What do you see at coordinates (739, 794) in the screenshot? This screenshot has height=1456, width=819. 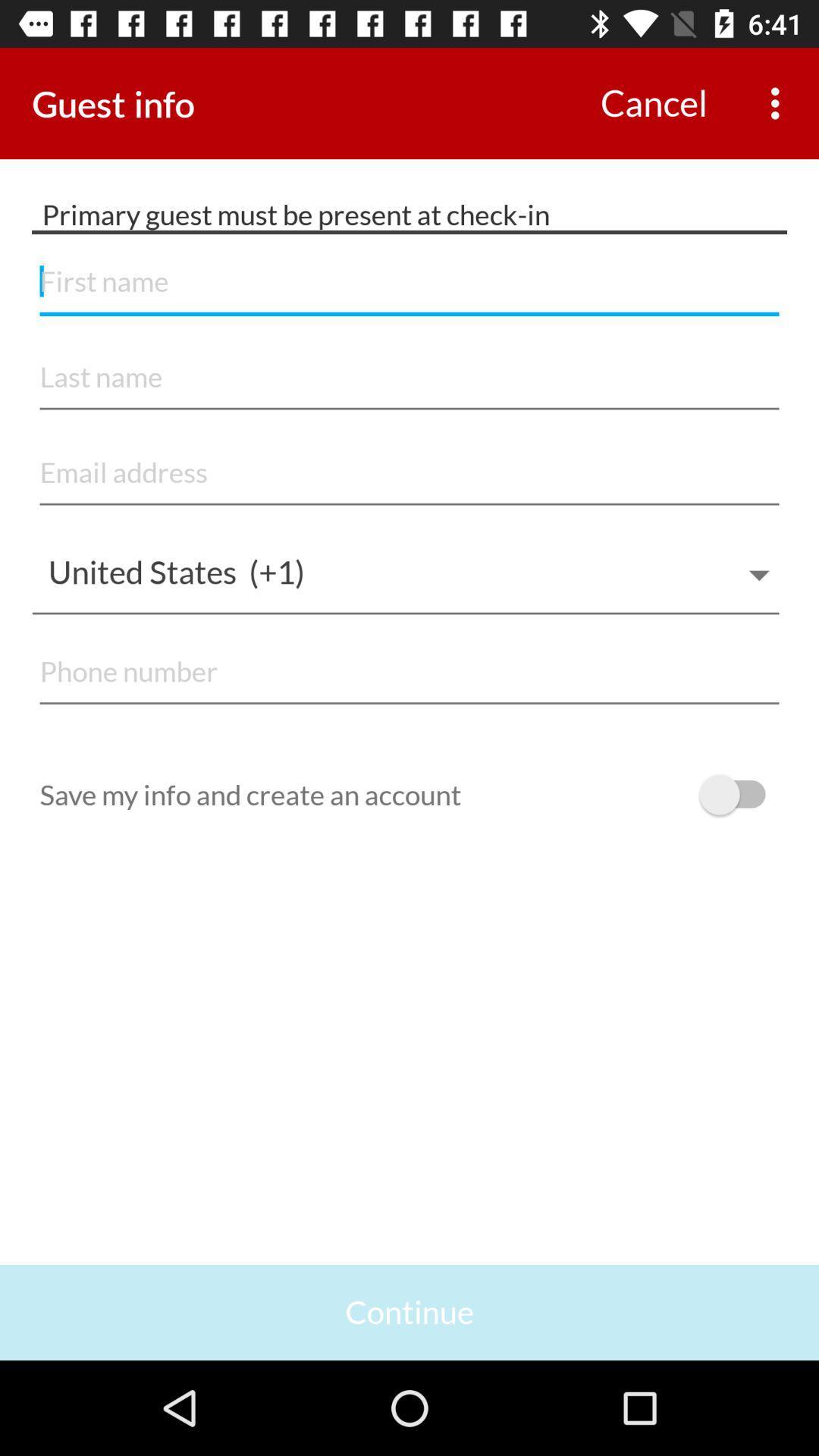 I see `off on` at bounding box center [739, 794].